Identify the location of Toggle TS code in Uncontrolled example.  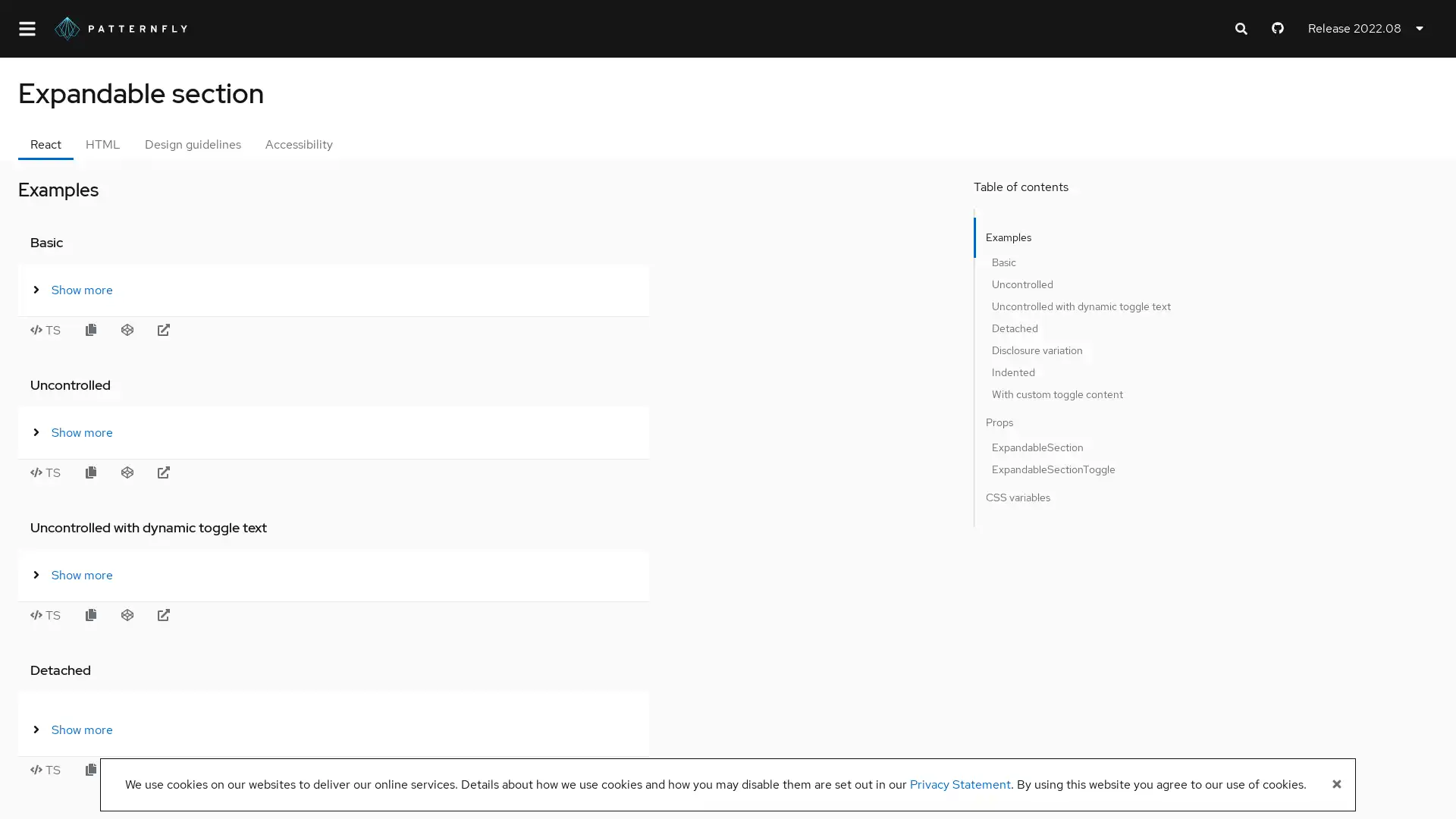
(265, 472).